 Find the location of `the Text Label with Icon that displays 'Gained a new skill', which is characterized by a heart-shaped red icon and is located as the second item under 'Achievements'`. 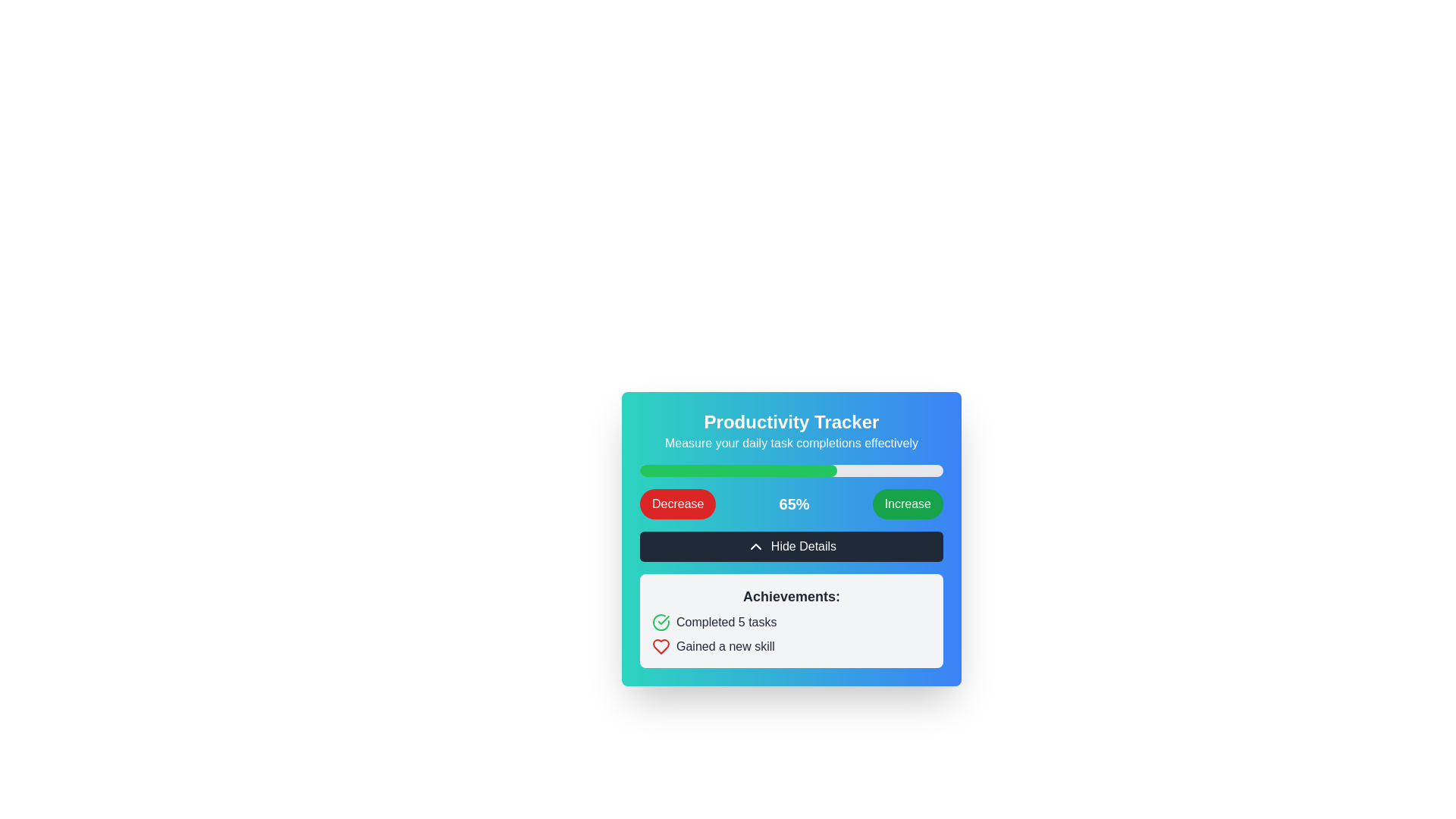

the Text Label with Icon that displays 'Gained a new skill', which is characterized by a heart-shaped red icon and is located as the second item under 'Achievements' is located at coordinates (790, 646).